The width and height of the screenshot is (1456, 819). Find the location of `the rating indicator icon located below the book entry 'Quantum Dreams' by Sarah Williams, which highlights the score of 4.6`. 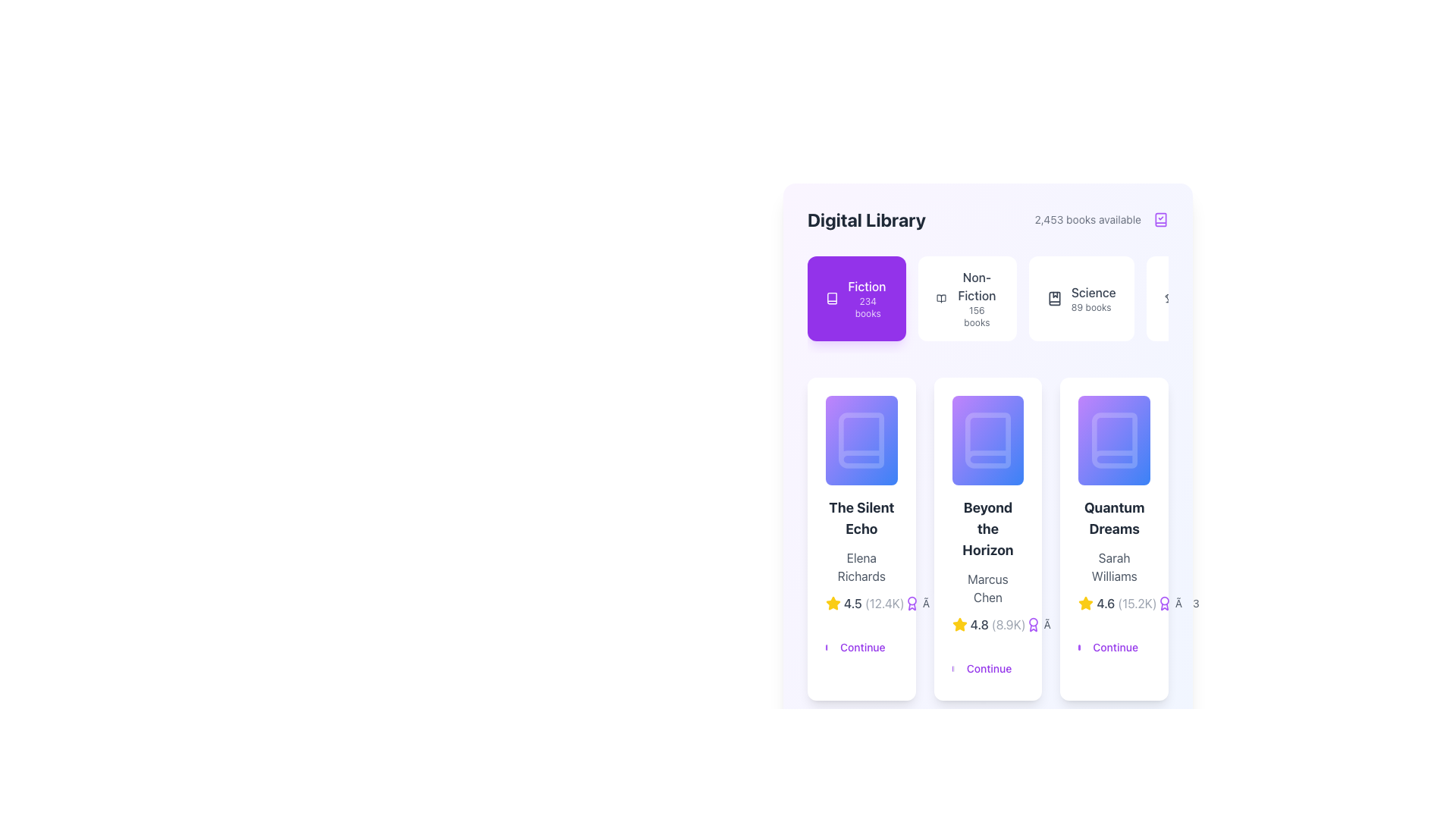

the rating indicator icon located below the book entry 'Quantum Dreams' by Sarah Williams, which highlights the score of 4.6 is located at coordinates (1085, 602).